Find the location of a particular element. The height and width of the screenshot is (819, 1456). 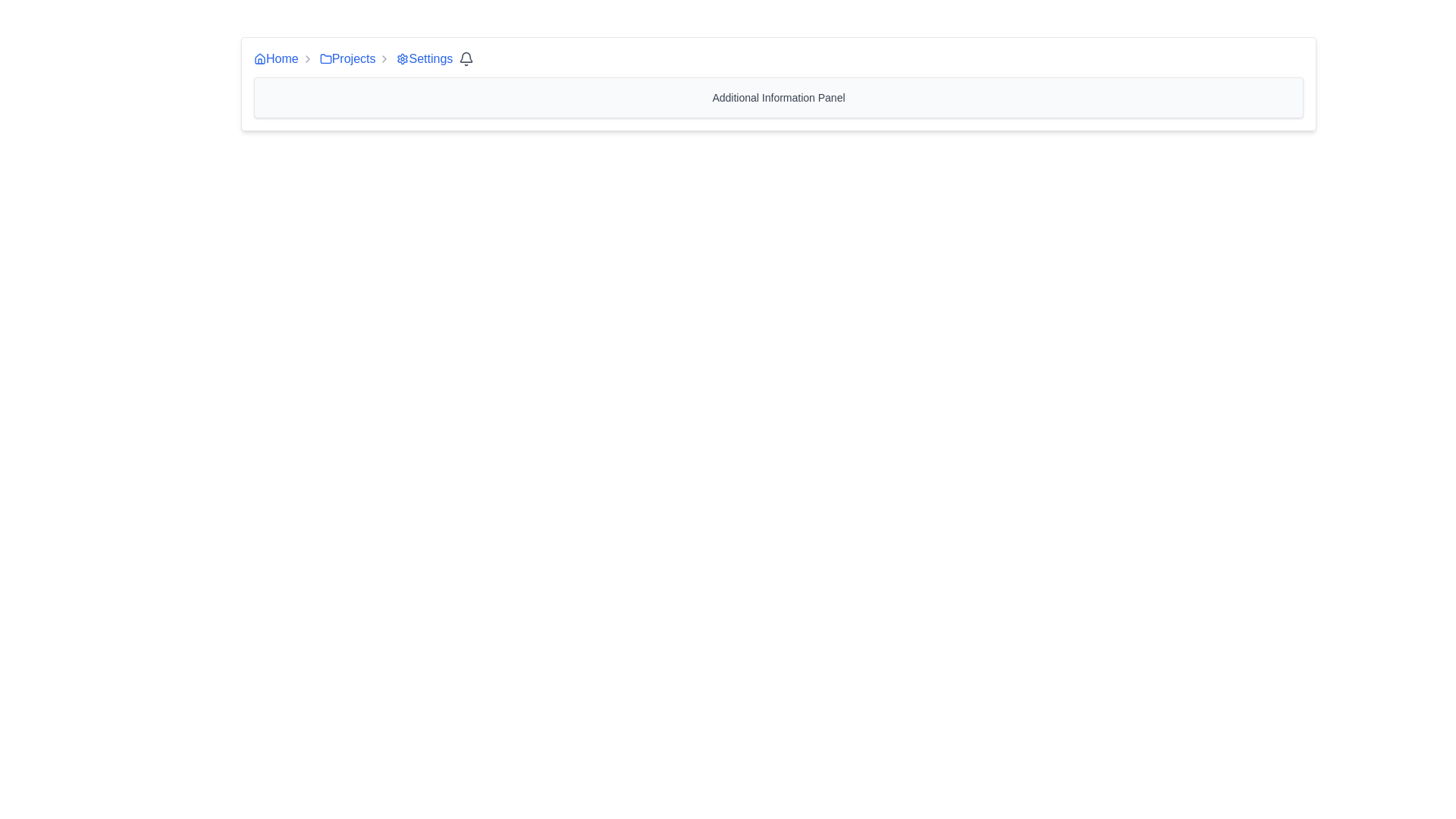

text displayed in the 'Additional Information Panel', which has a light gray background and rounded corners is located at coordinates (779, 97).